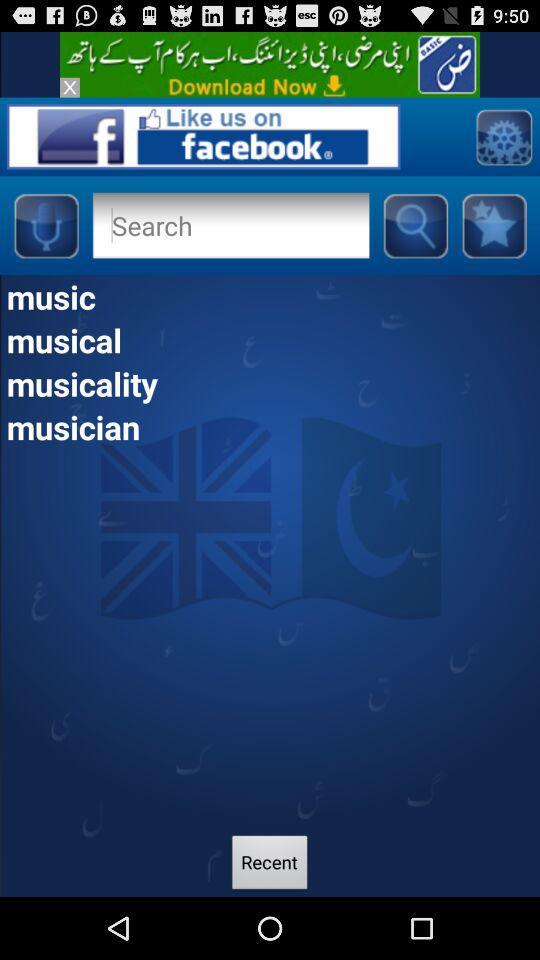 The image size is (540, 960). I want to click on recent button, so click(270, 864).